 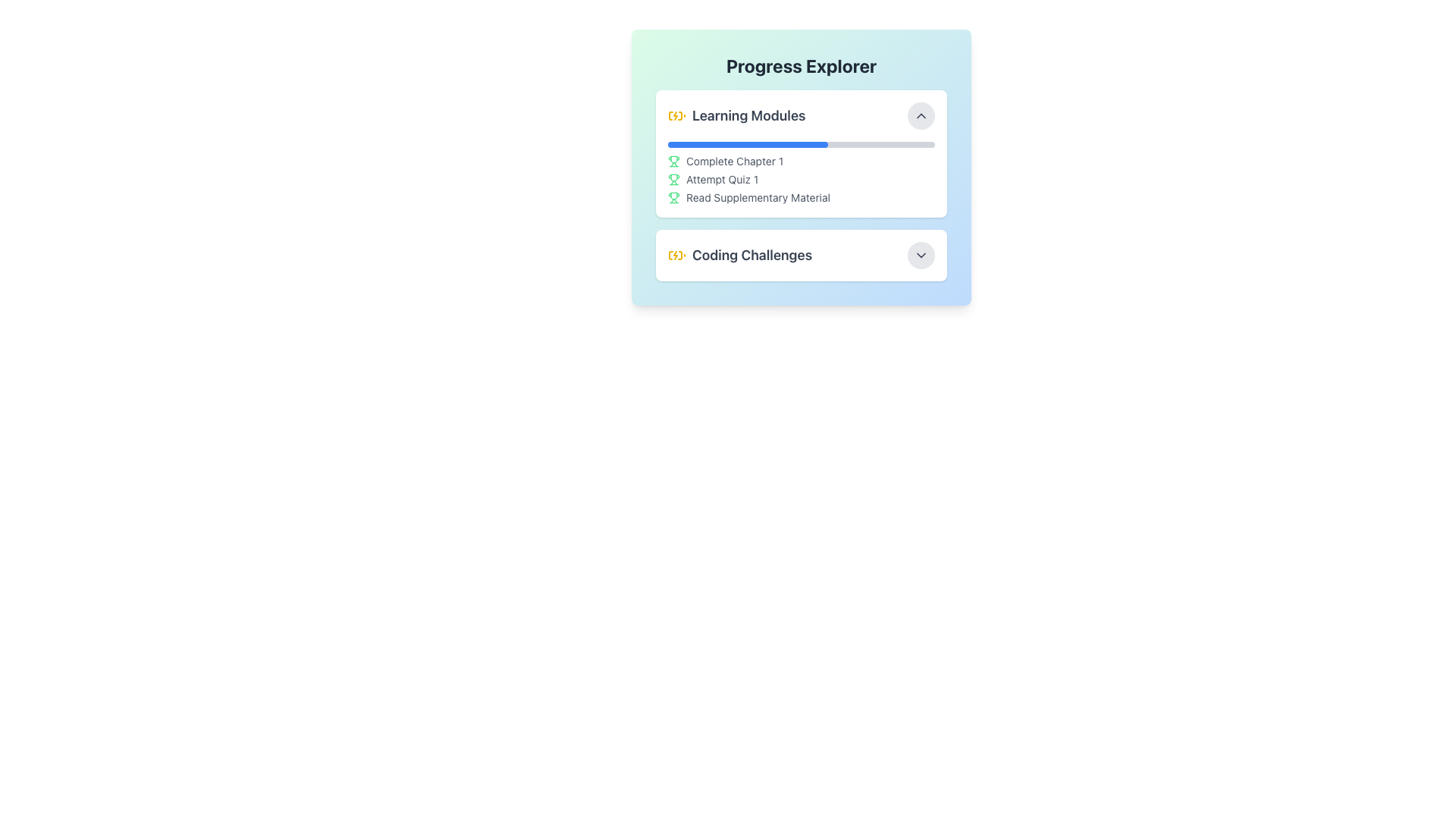 What do you see at coordinates (920, 115) in the screenshot?
I see `the chevron icon inside the circular button at the top-right of the 'Learning Modules' section header` at bounding box center [920, 115].